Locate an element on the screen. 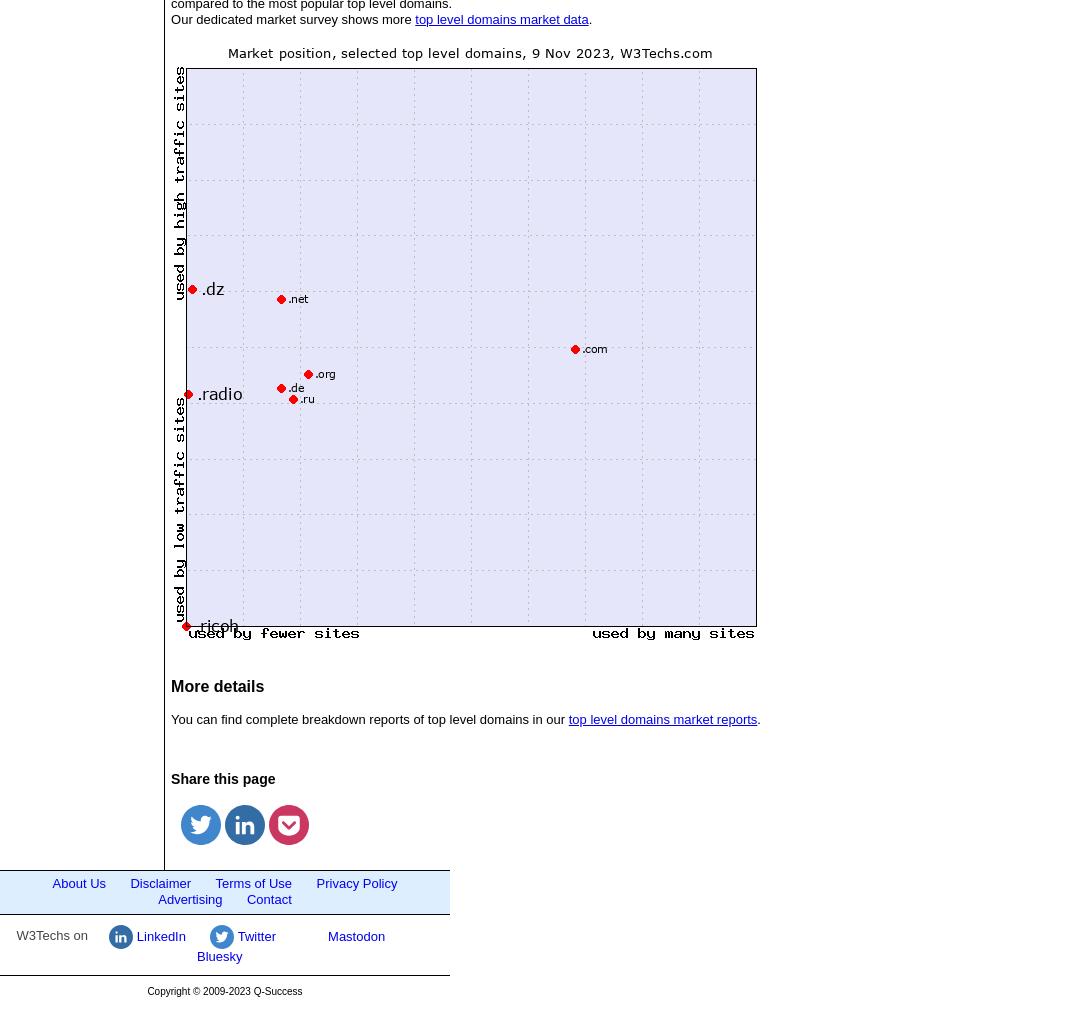 This screenshot has height=1009, width=1071. 'Privacy Policy' is located at coordinates (315, 883).